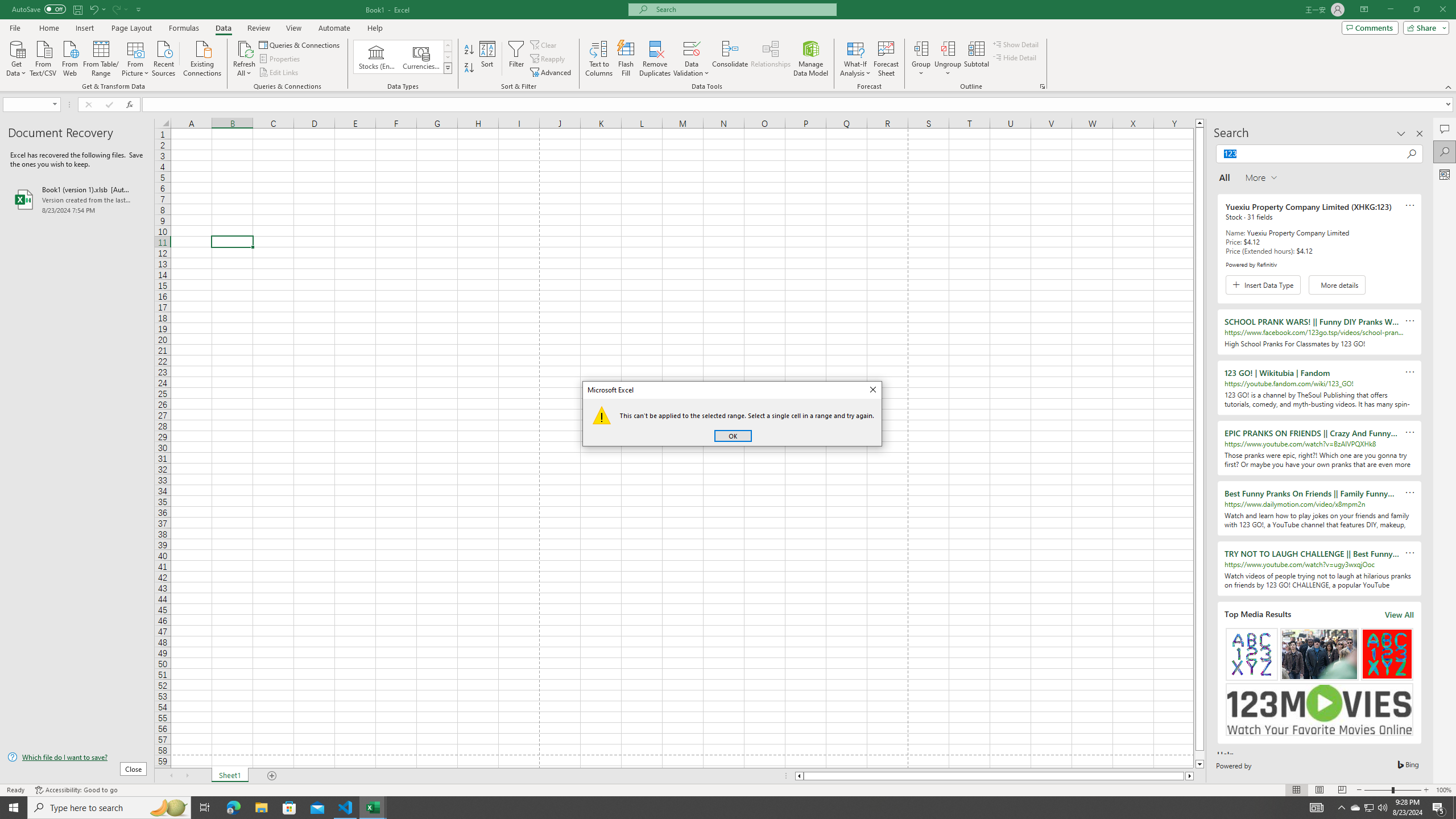 The width and height of the screenshot is (1456, 819). I want to click on 'Close', so click(872, 390).